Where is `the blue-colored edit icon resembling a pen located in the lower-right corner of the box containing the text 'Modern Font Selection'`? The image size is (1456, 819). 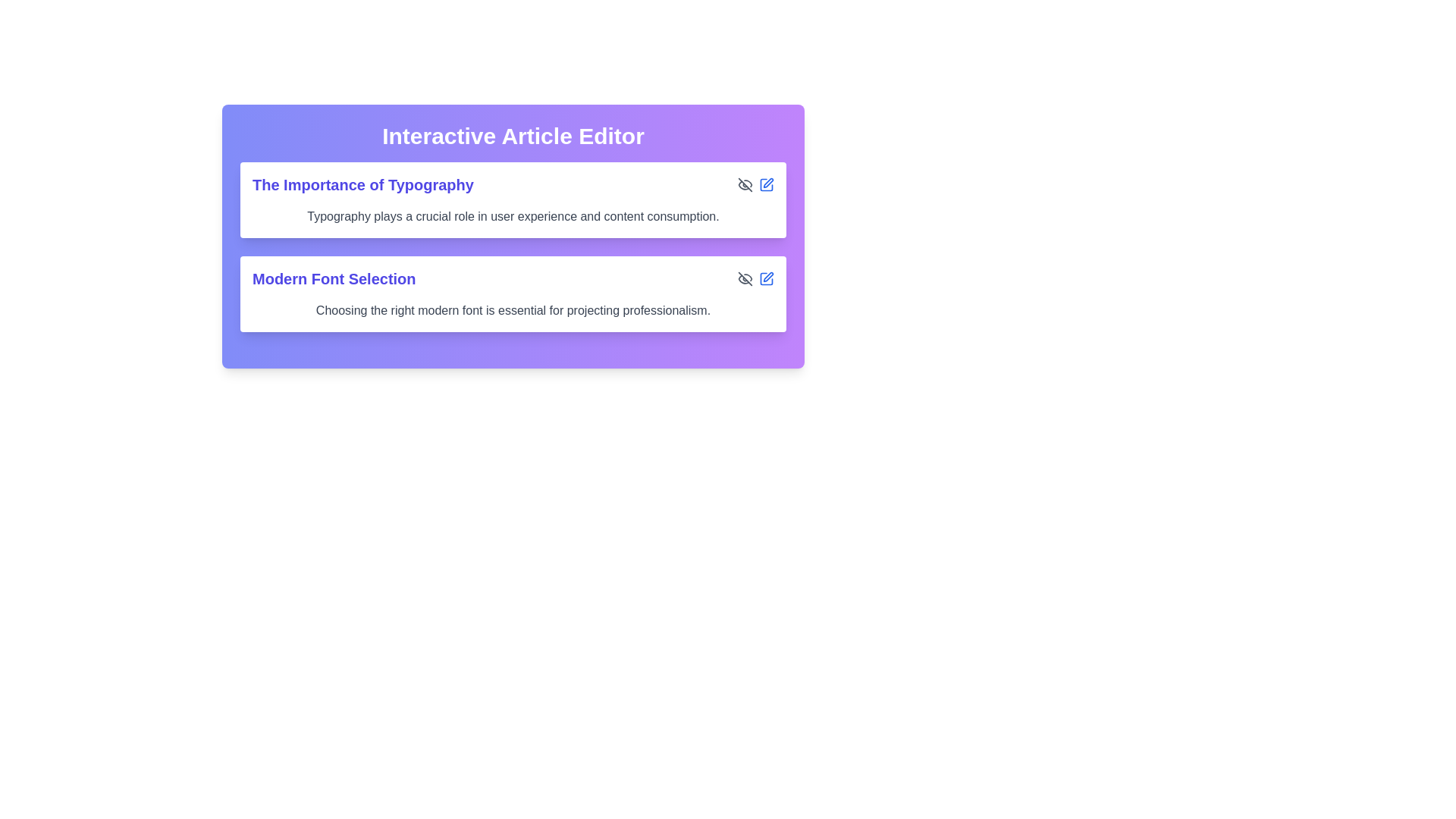
the blue-colored edit icon resembling a pen located in the lower-right corner of the box containing the text 'Modern Font Selection' is located at coordinates (767, 278).